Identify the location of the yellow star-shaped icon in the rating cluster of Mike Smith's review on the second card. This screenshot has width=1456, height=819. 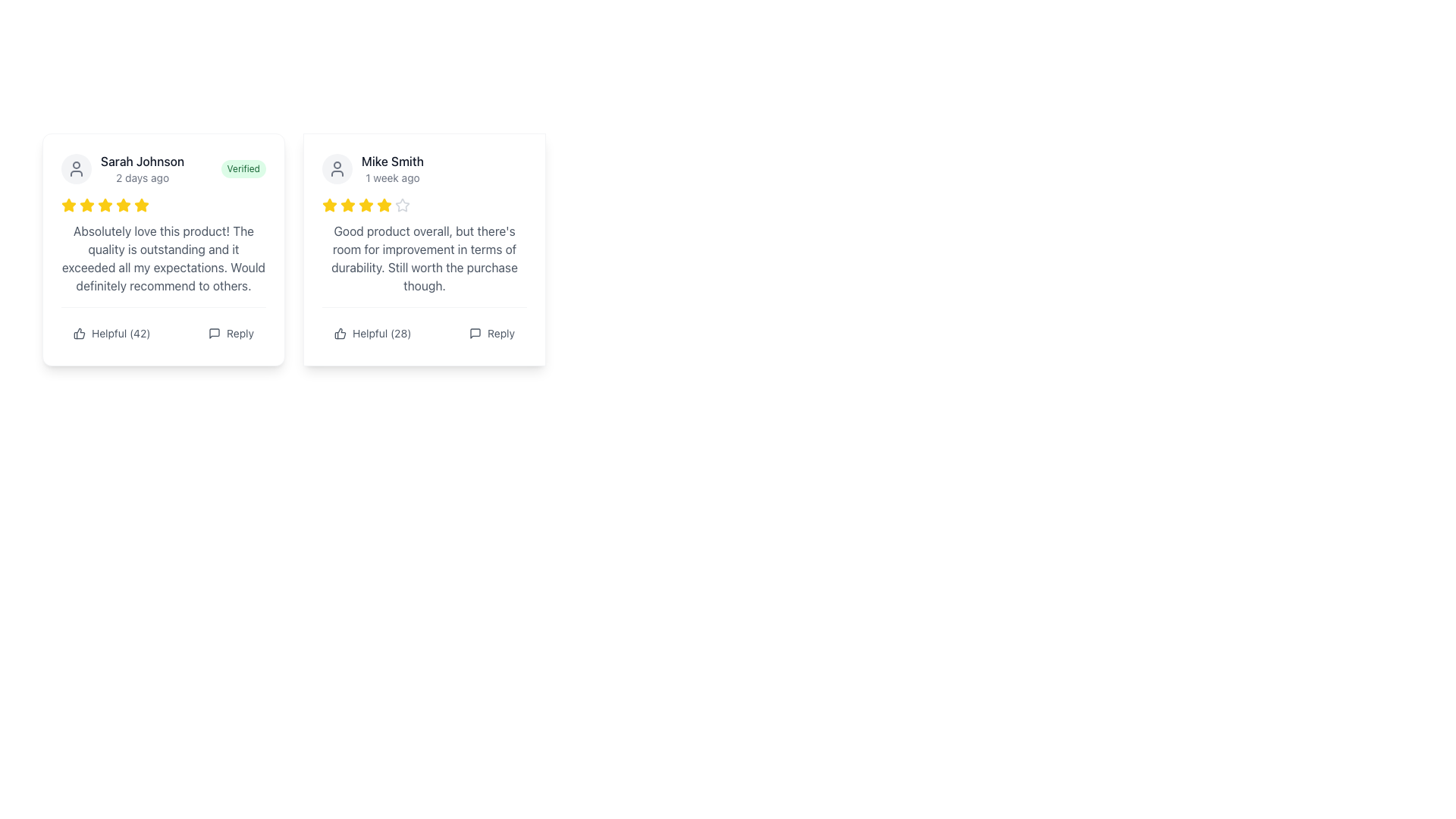
(329, 205).